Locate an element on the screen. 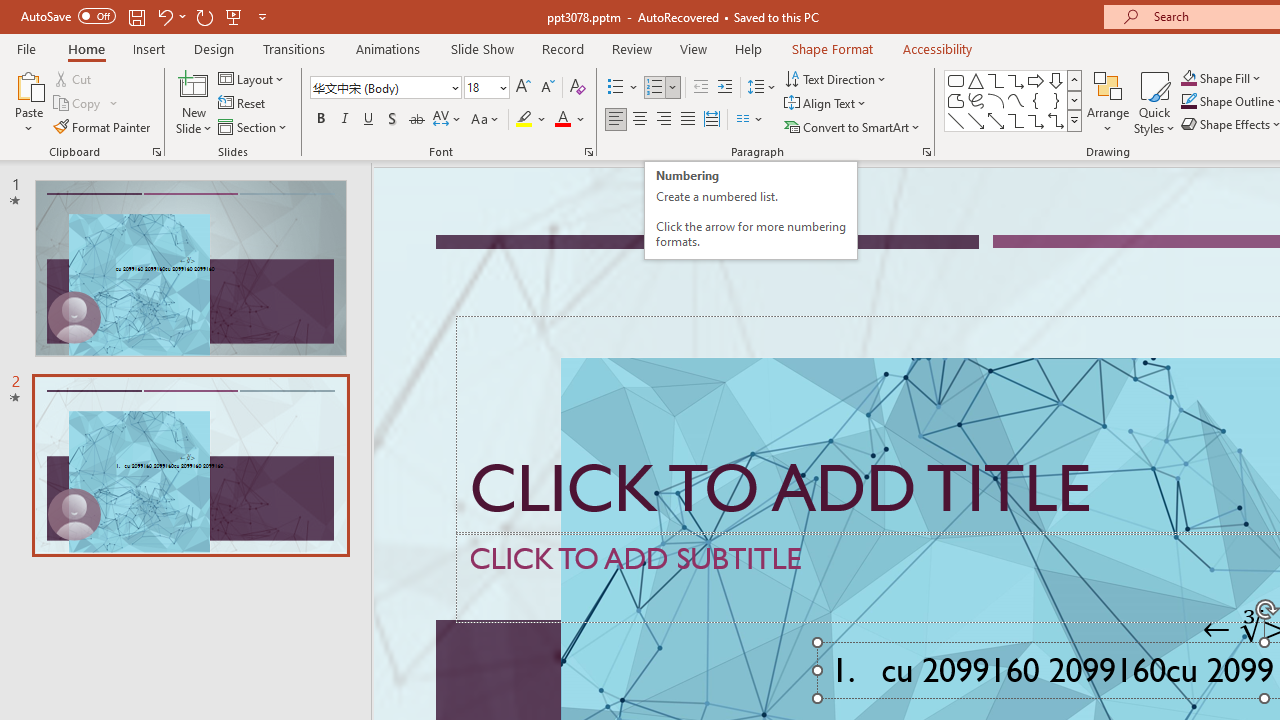 This screenshot has height=720, width=1280. 'Quick Styles' is located at coordinates (1154, 103).